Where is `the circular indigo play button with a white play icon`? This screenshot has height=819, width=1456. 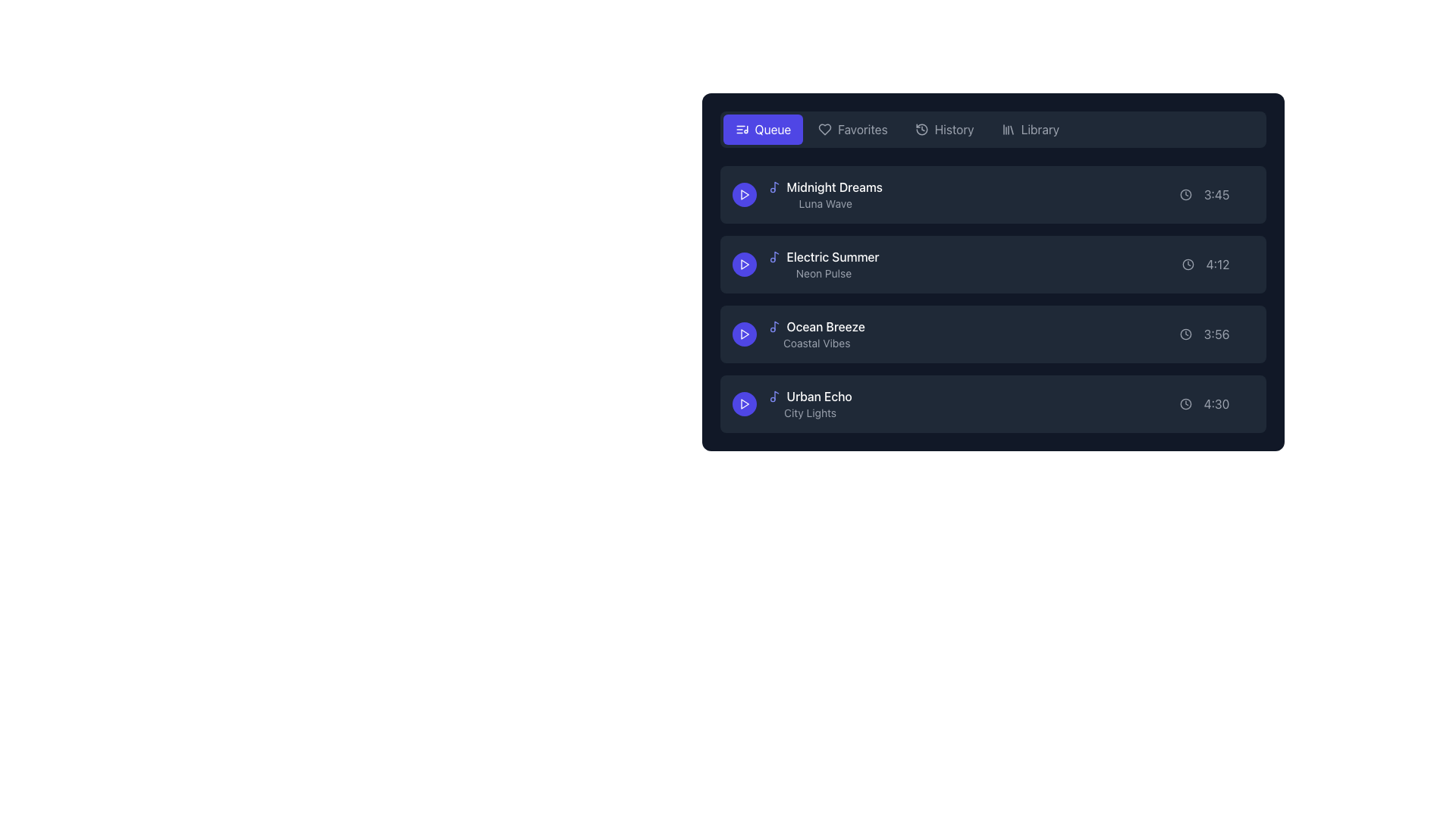 the circular indigo play button with a white play icon is located at coordinates (744, 194).